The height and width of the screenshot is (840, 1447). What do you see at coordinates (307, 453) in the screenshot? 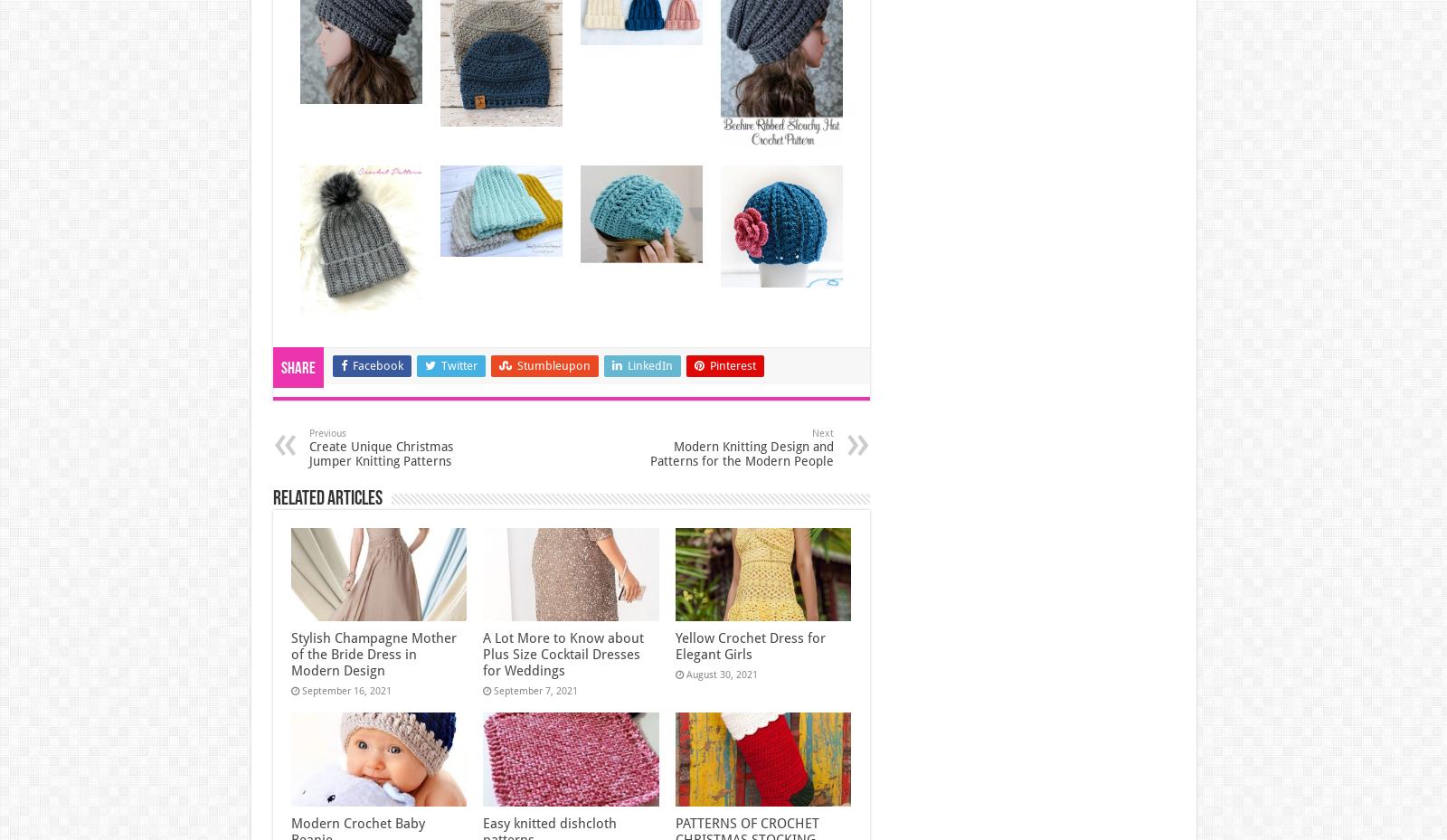
I see `'Create Unique Christmas Jumper Knitting
Patterns'` at bounding box center [307, 453].